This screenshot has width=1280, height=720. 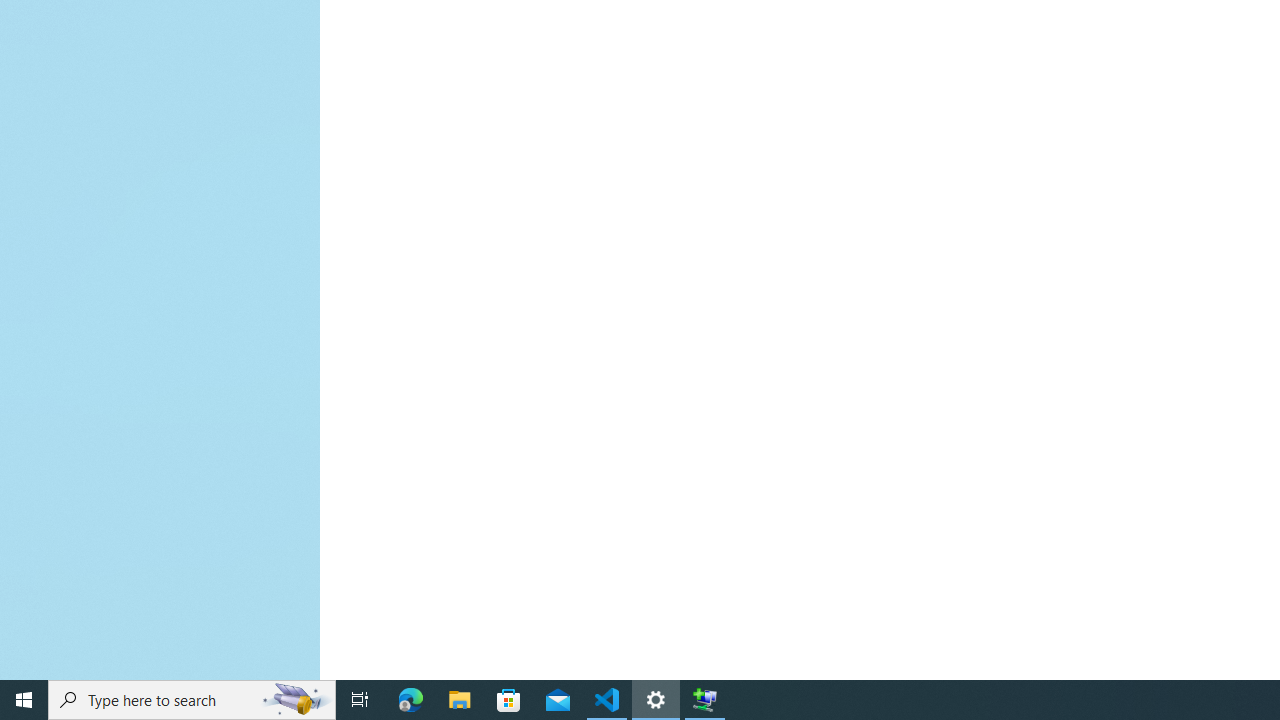 What do you see at coordinates (24, 698) in the screenshot?
I see `'Start'` at bounding box center [24, 698].